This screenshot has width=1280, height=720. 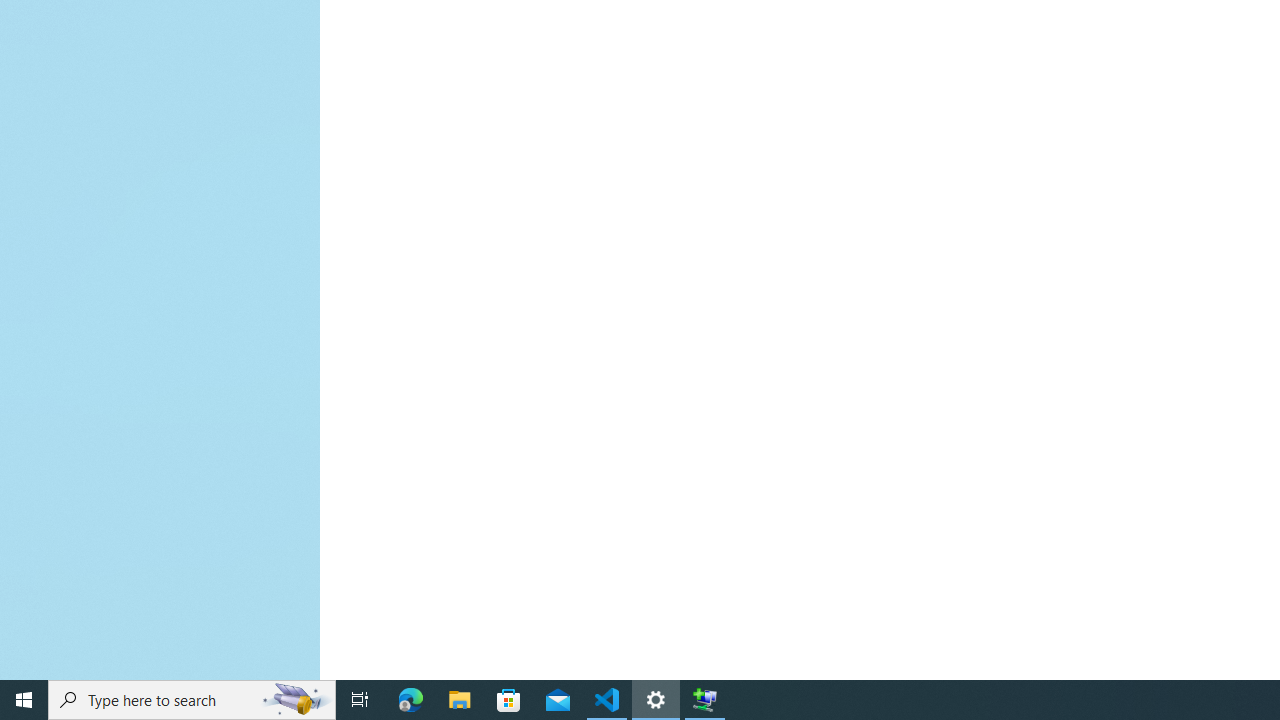 What do you see at coordinates (24, 698) in the screenshot?
I see `'Start'` at bounding box center [24, 698].